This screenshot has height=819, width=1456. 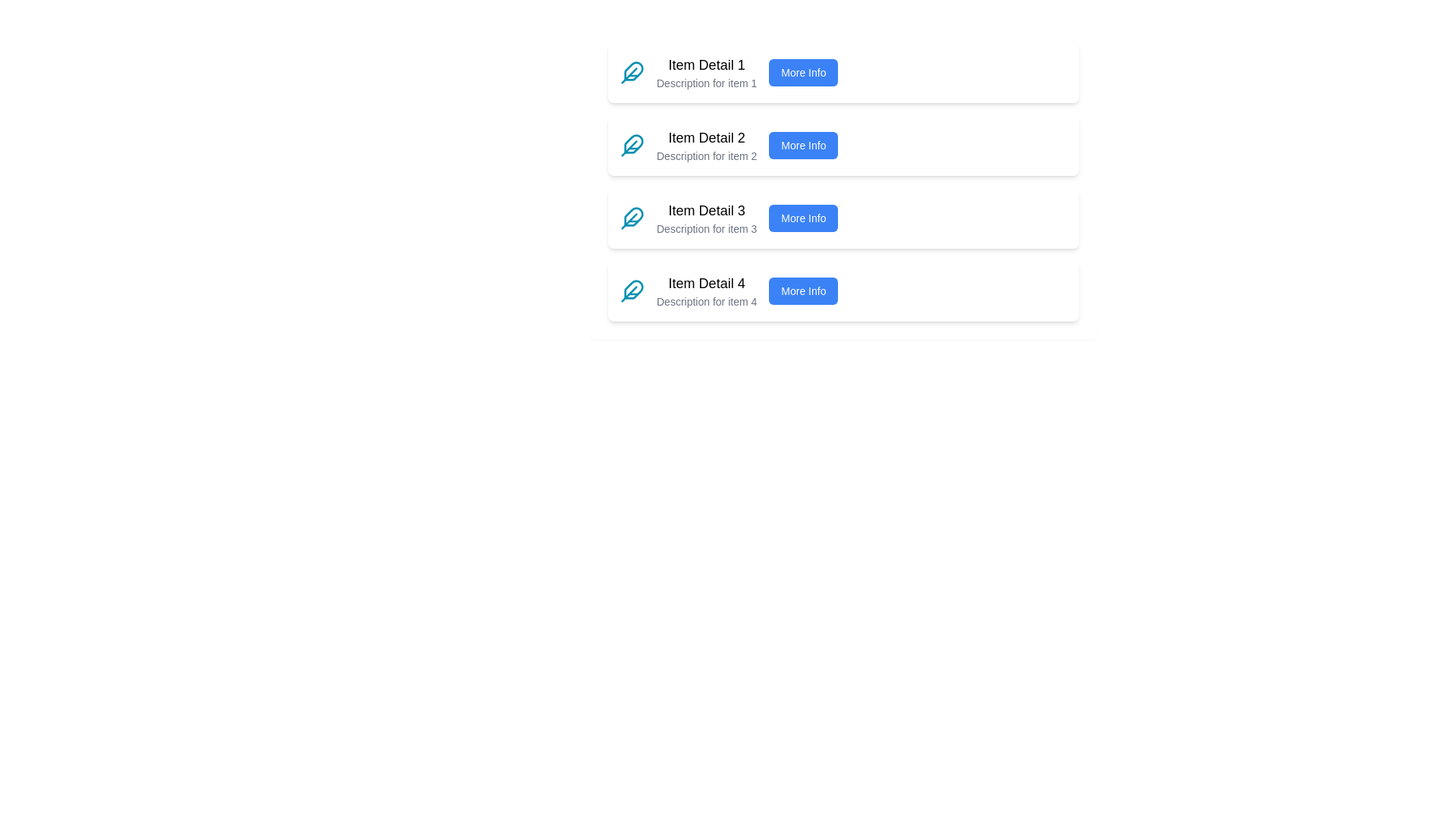 What do you see at coordinates (632, 291) in the screenshot?
I see `the feather icon with cyan-blue strokes located under 'Item Detail 4' before the 'More Info' button` at bounding box center [632, 291].